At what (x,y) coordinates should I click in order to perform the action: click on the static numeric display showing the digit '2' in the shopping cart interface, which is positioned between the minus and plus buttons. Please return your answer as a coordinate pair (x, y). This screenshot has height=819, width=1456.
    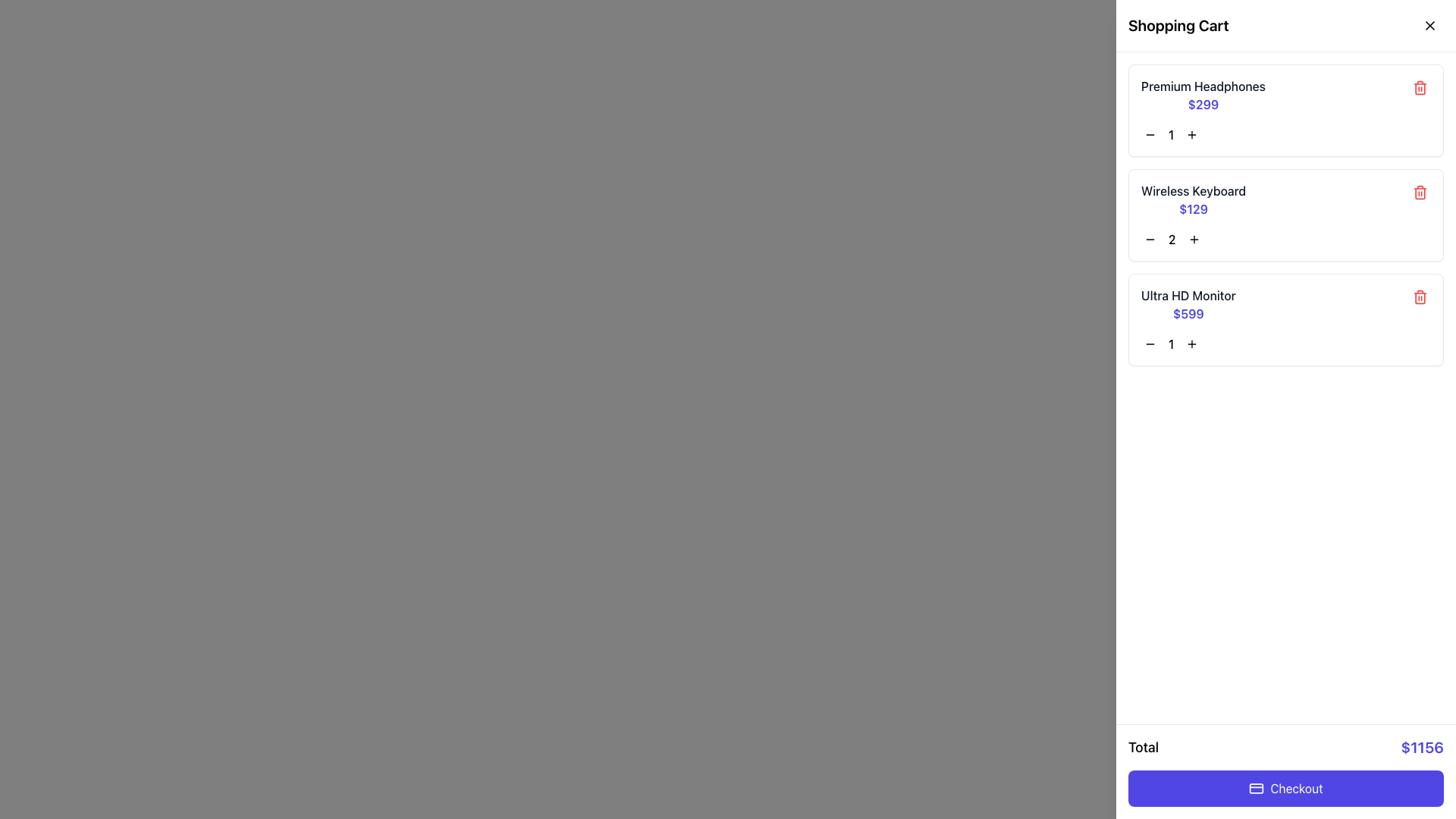
    Looking at the image, I should click on (1171, 239).